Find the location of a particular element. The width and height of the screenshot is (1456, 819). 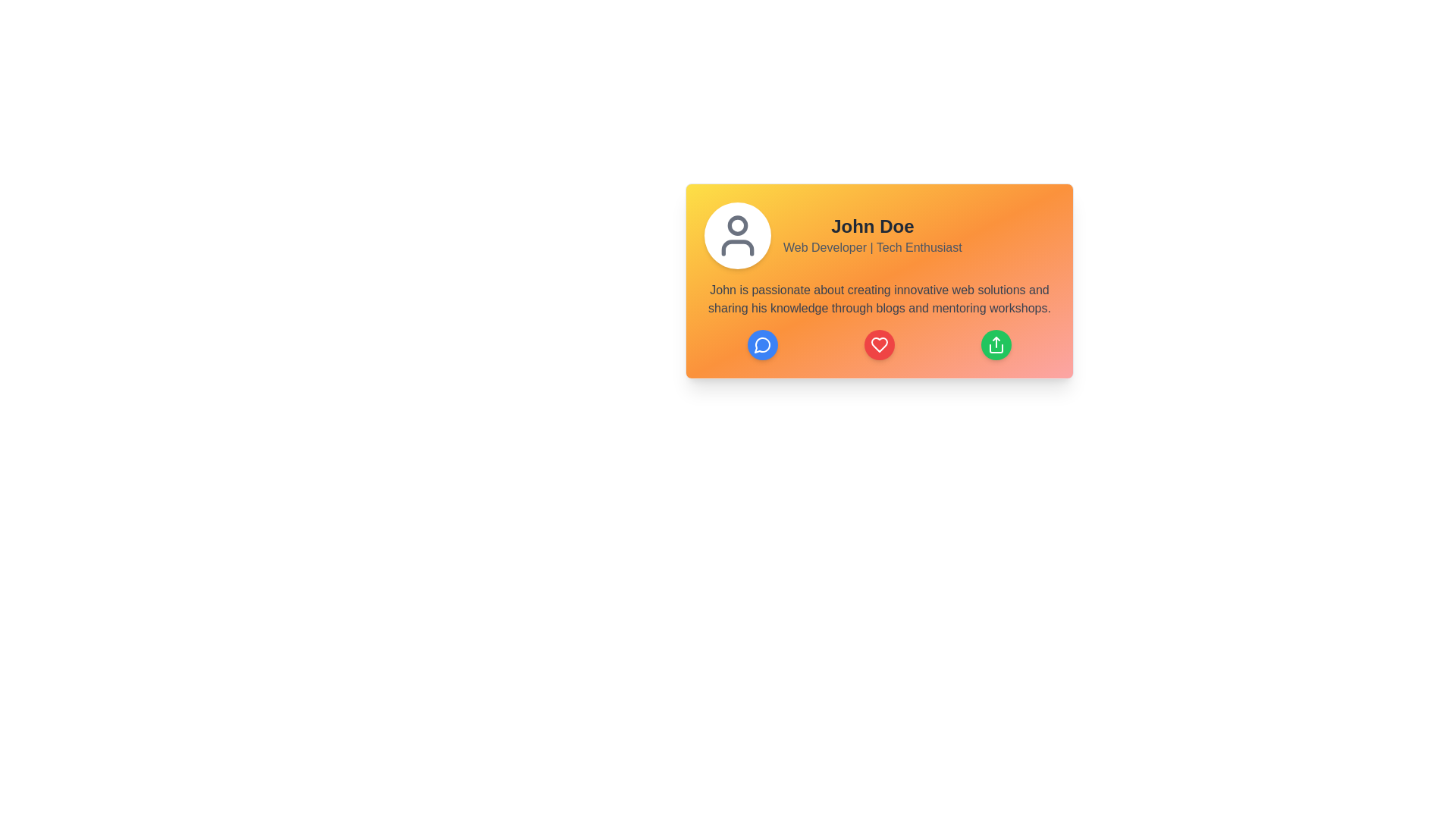

the user profile SVG graphic icon that resembles a torso and head, located within a circular frame to the left side of the card, above the name 'John Doe' is located at coordinates (738, 247).